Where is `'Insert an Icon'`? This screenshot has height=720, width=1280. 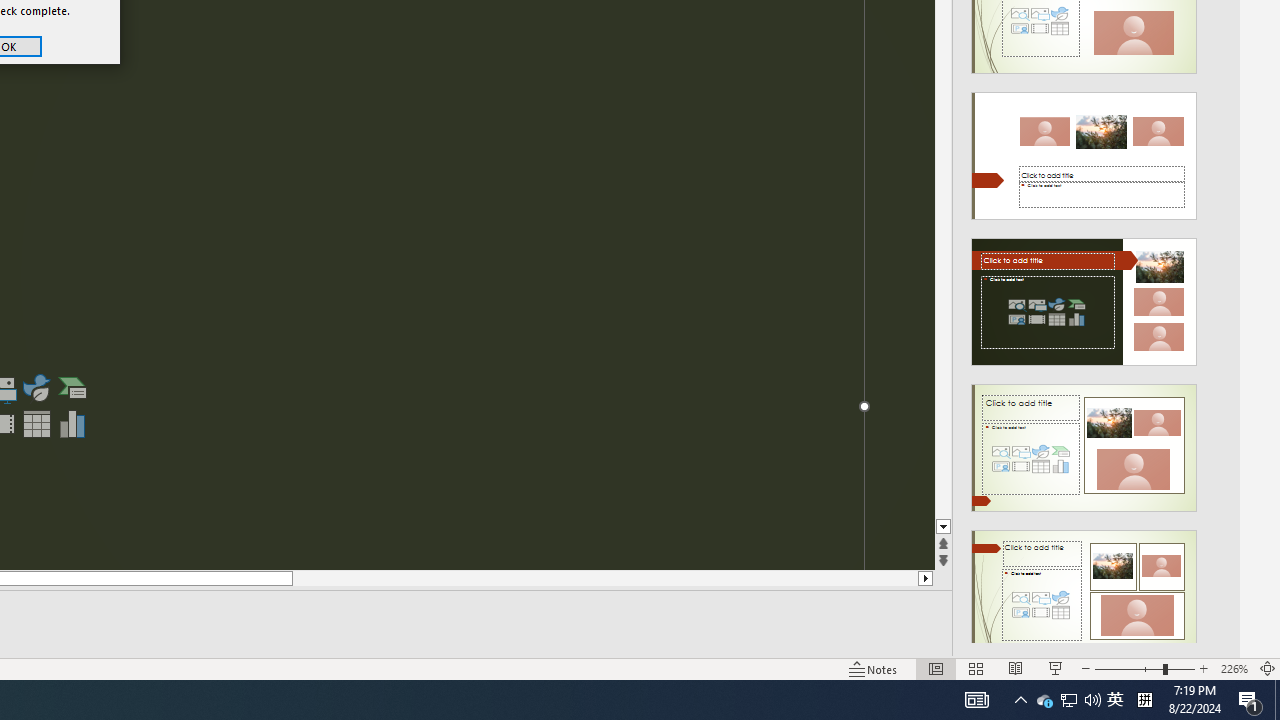 'Insert an Icon' is located at coordinates (36, 388).